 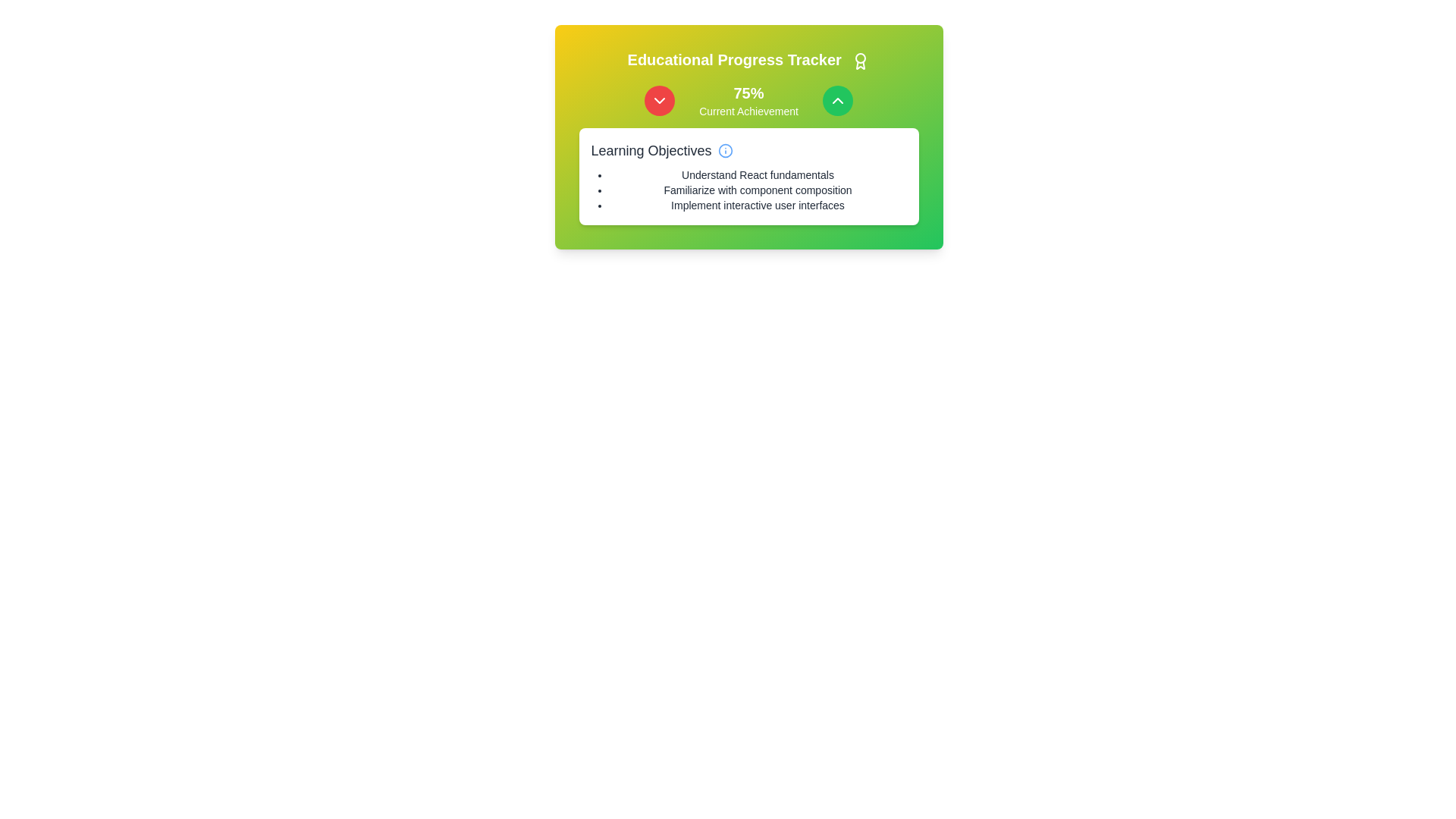 I want to click on the inner circle of the award icon located to the right of the 'Educational Progress Tracker' text, so click(x=861, y=57).